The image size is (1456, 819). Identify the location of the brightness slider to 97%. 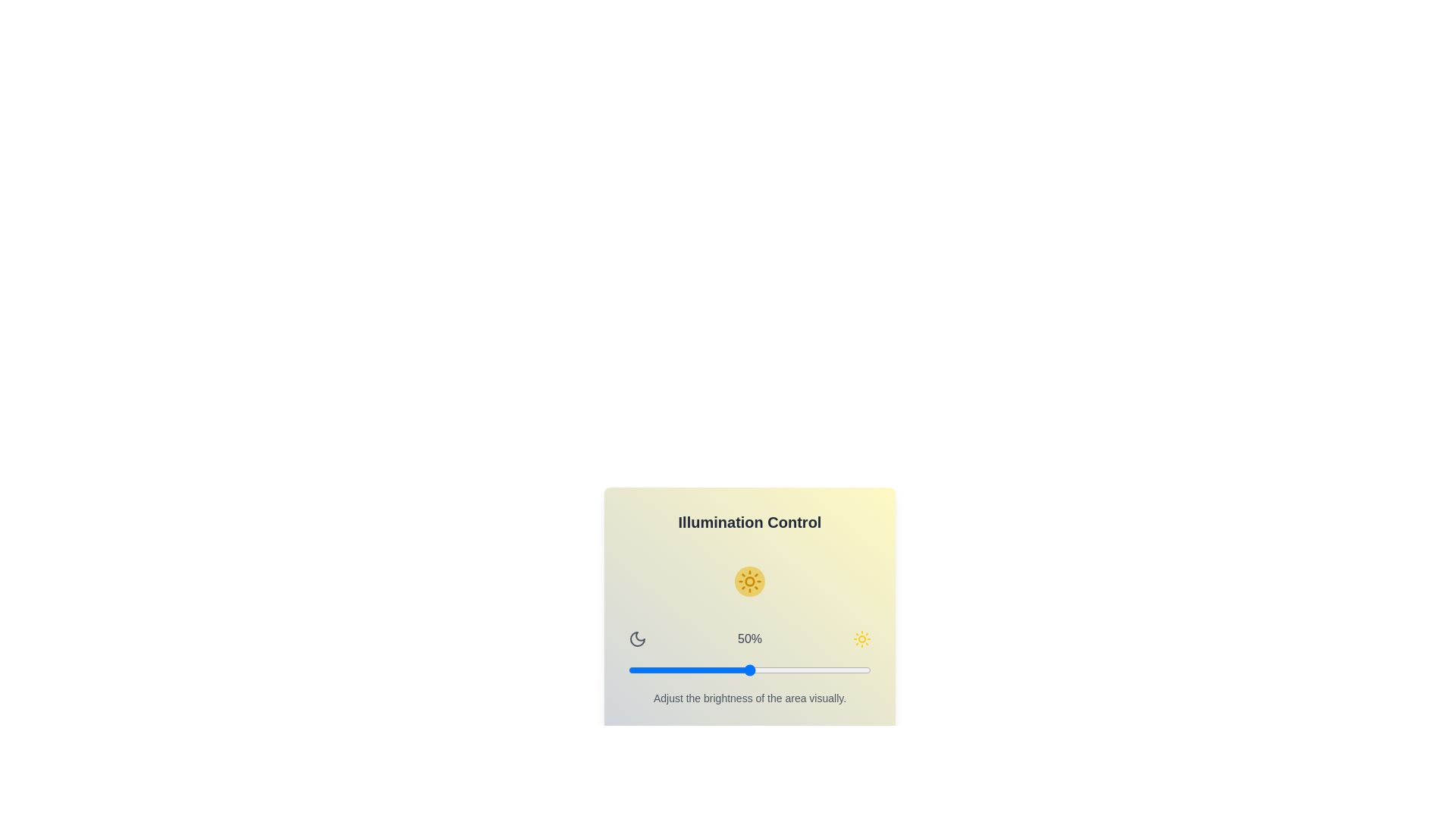
(864, 669).